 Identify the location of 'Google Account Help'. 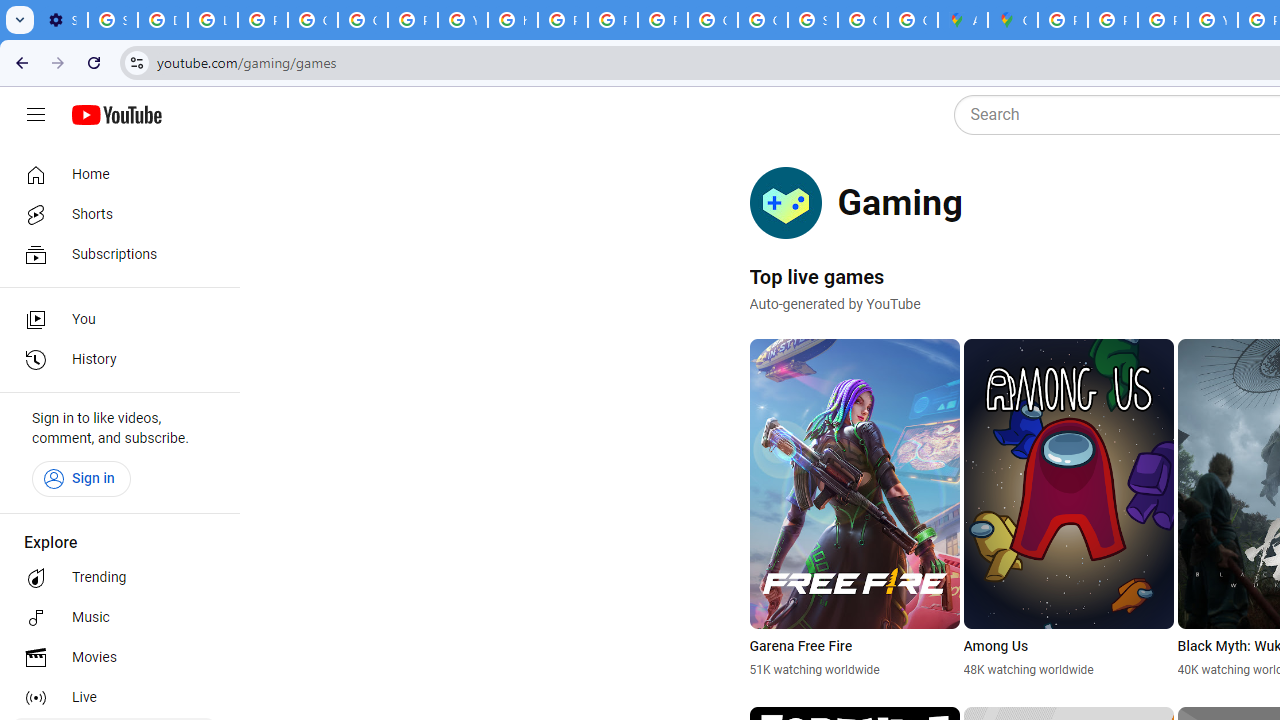
(311, 20).